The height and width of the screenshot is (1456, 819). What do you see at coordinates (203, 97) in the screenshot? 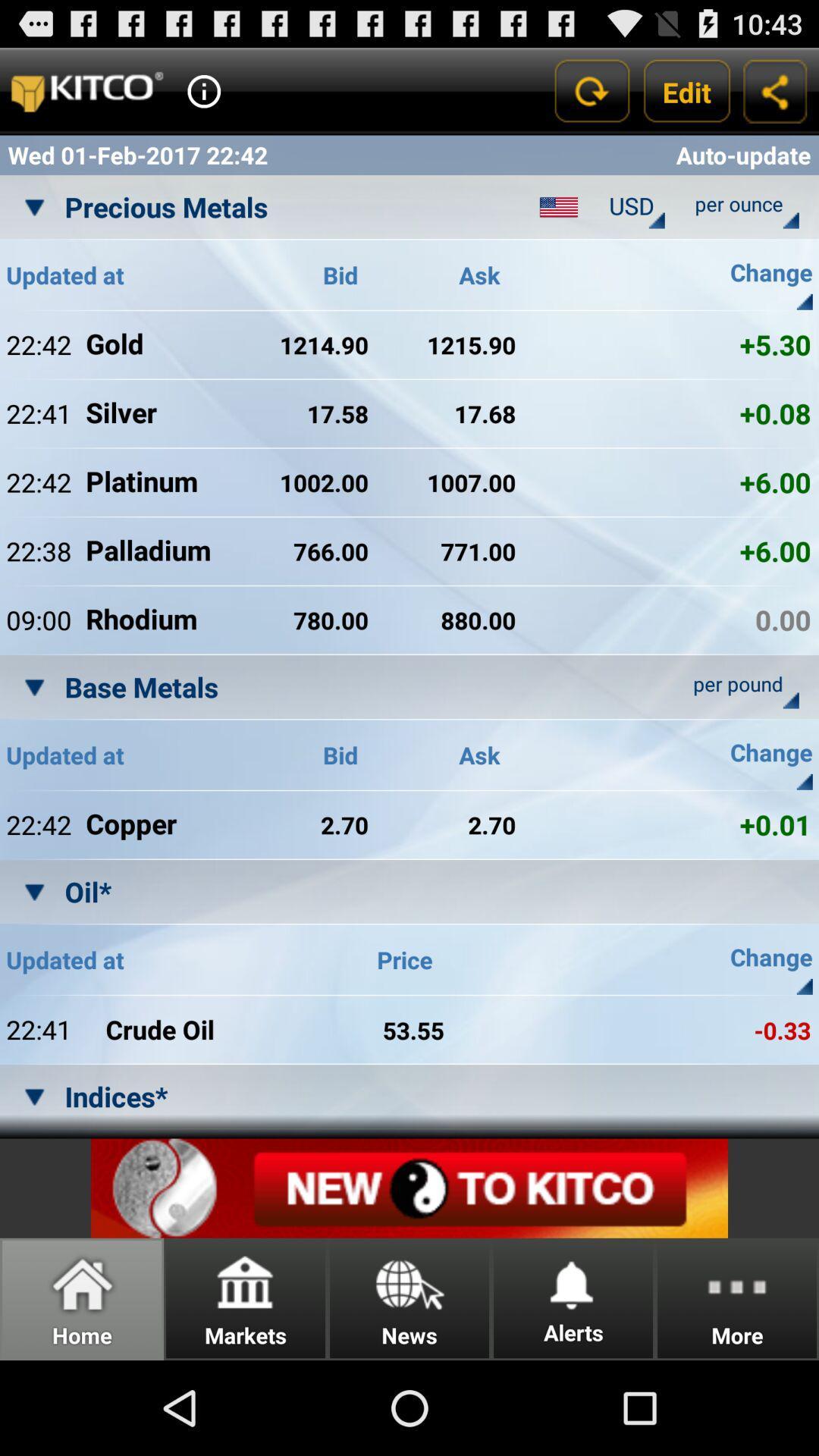
I see `the info icon` at bounding box center [203, 97].